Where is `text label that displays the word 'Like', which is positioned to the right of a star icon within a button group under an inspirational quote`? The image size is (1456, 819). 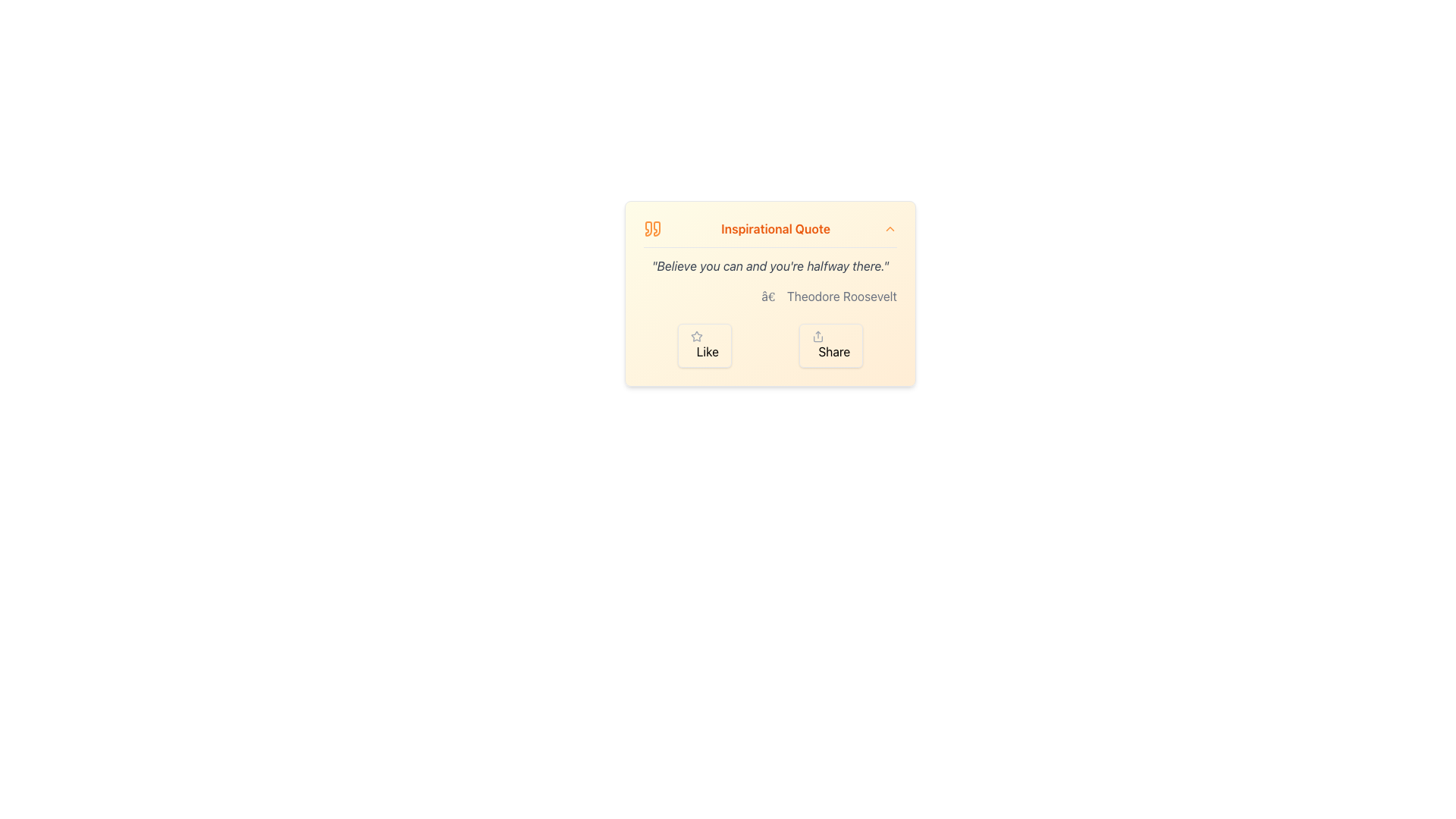
text label that displays the word 'Like', which is positioned to the right of a star icon within a button group under an inspirational quote is located at coordinates (707, 351).